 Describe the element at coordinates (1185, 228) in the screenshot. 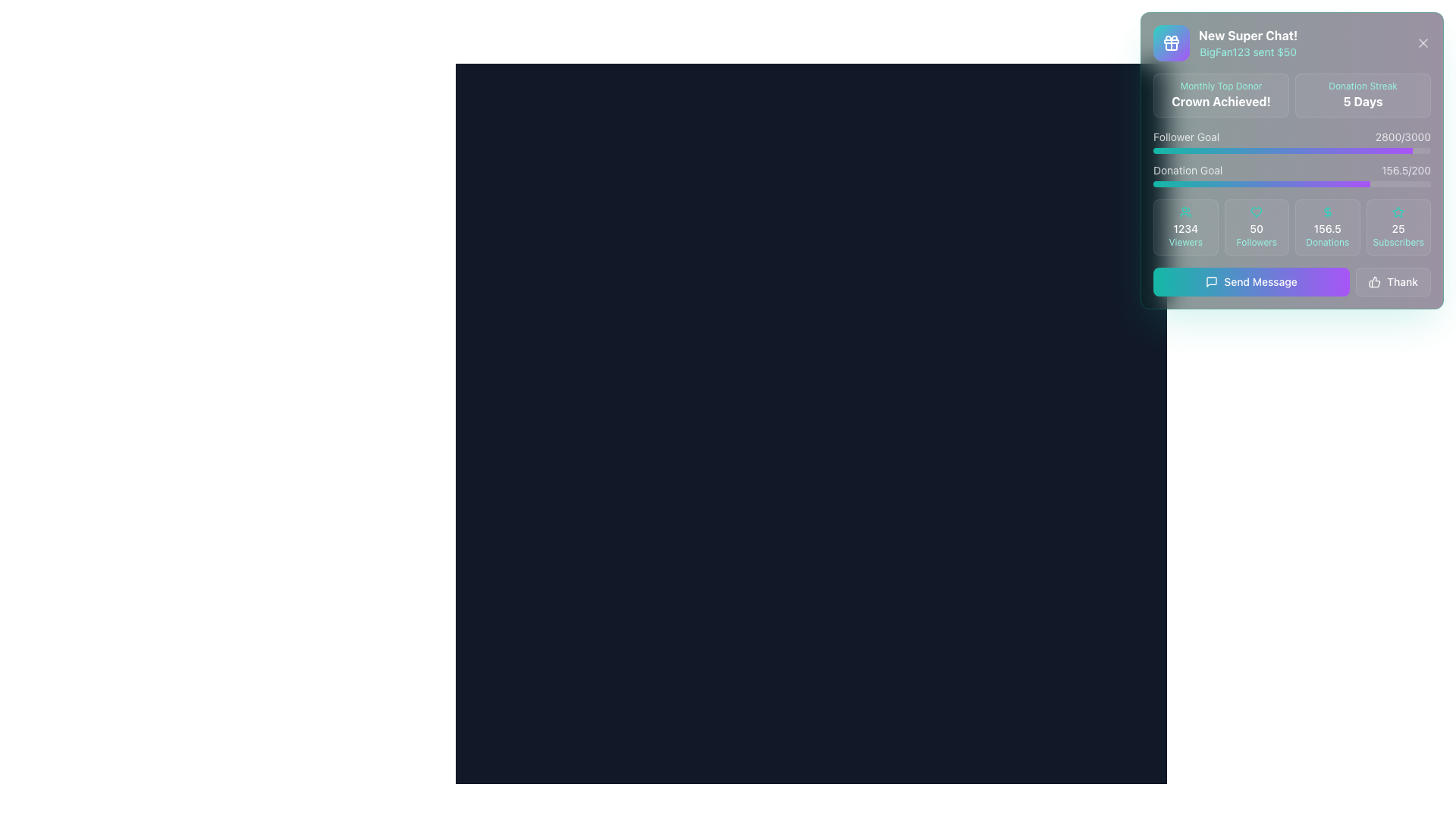

I see `the text display showing '1234' within the 'Viewers' box, located in the bottom right corner of the pop-up card` at that location.